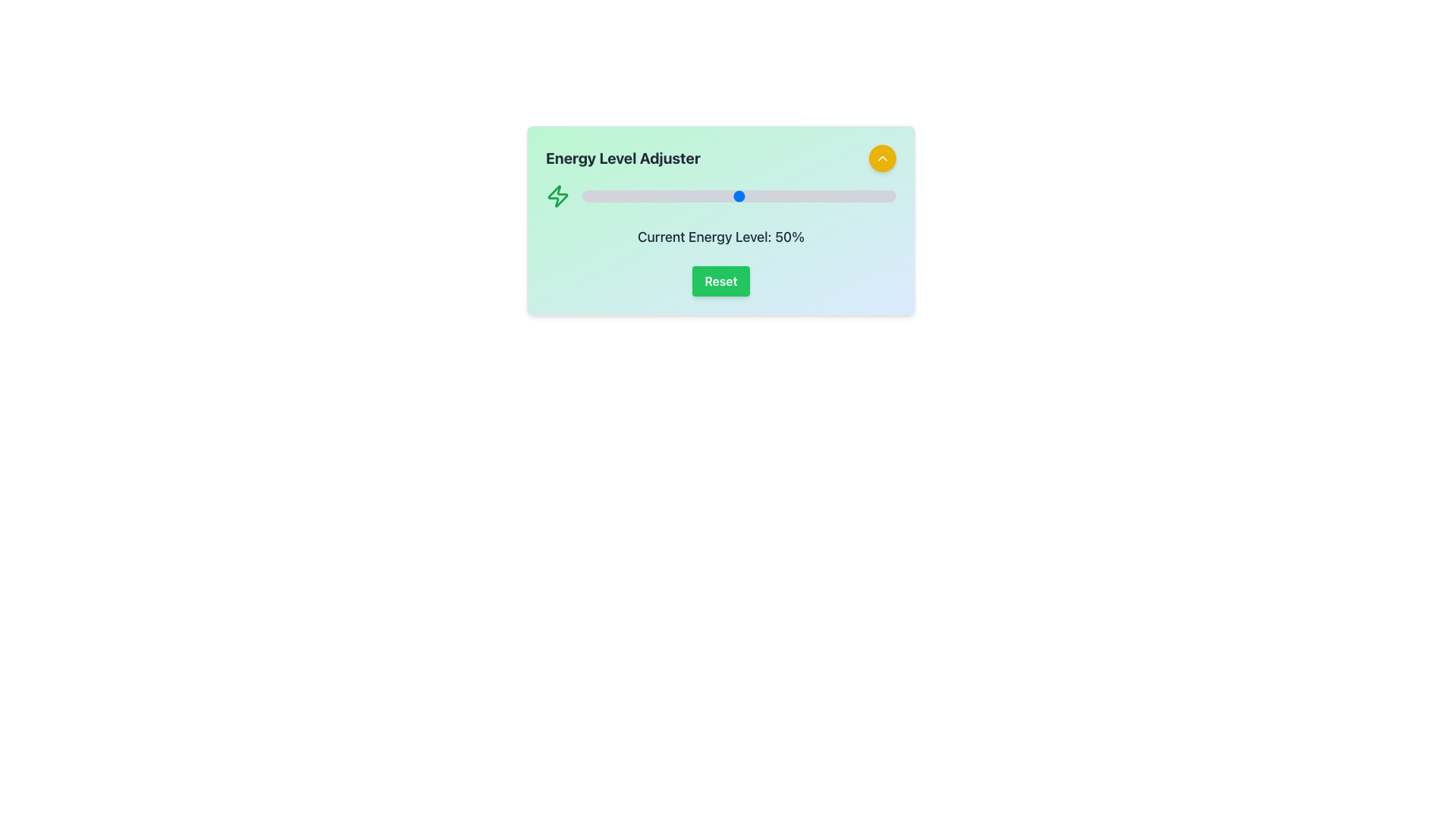 This screenshot has height=819, width=1456. What do you see at coordinates (833, 195) in the screenshot?
I see `energy level` at bounding box center [833, 195].